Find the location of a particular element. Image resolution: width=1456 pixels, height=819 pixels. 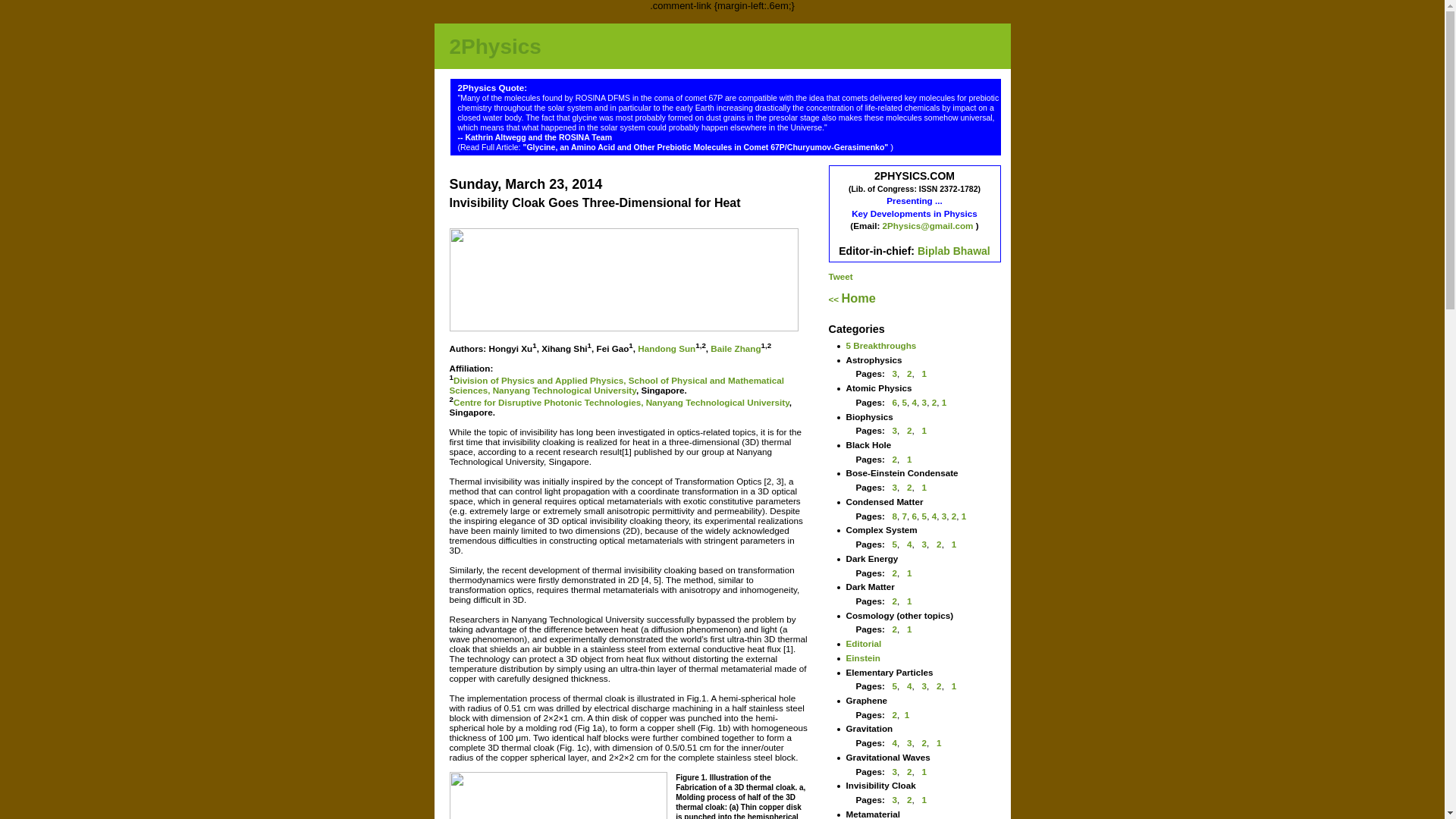

'3' is located at coordinates (943, 515).